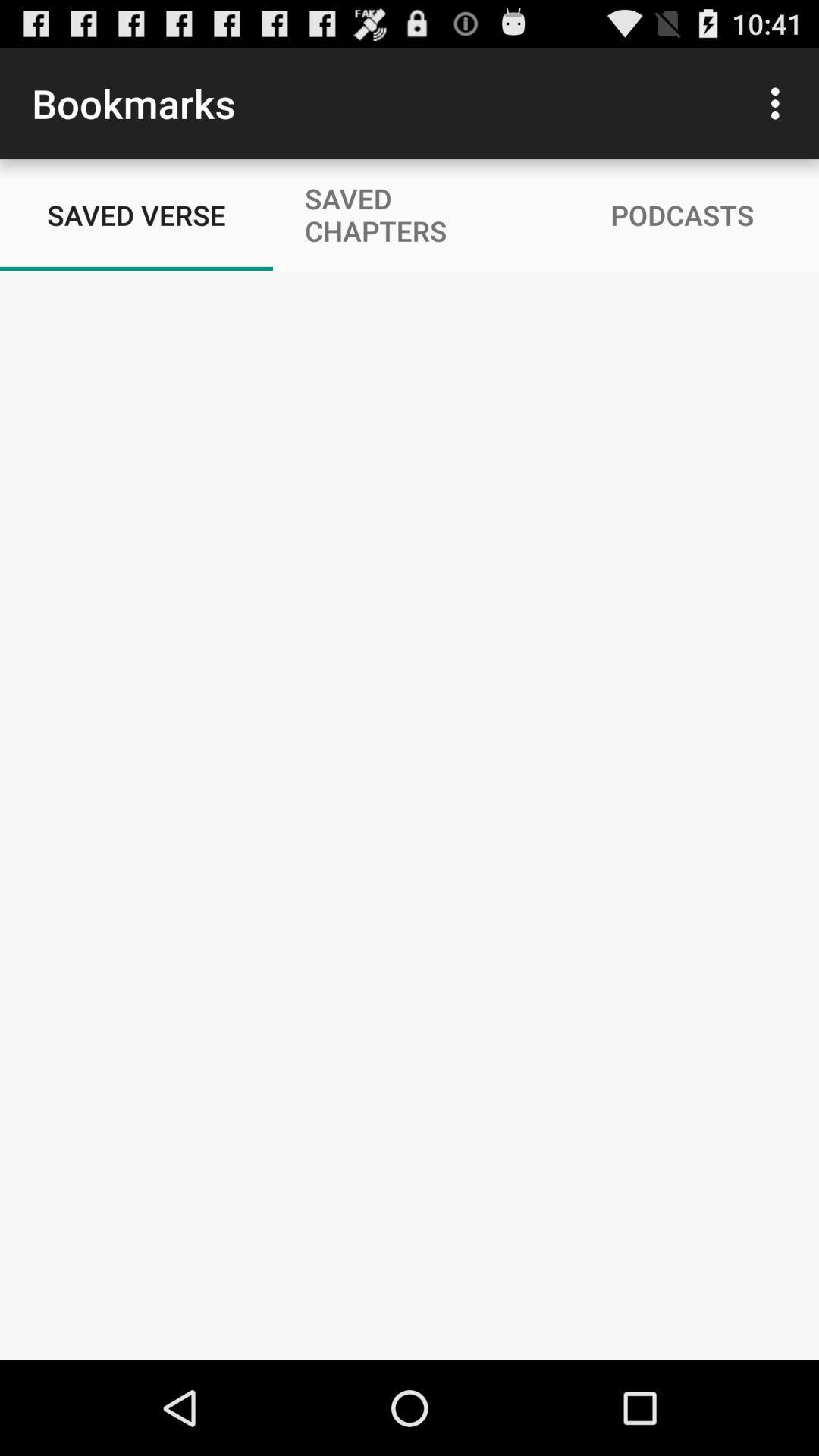 This screenshot has width=819, height=1456. I want to click on icon above podcasts icon, so click(779, 102).